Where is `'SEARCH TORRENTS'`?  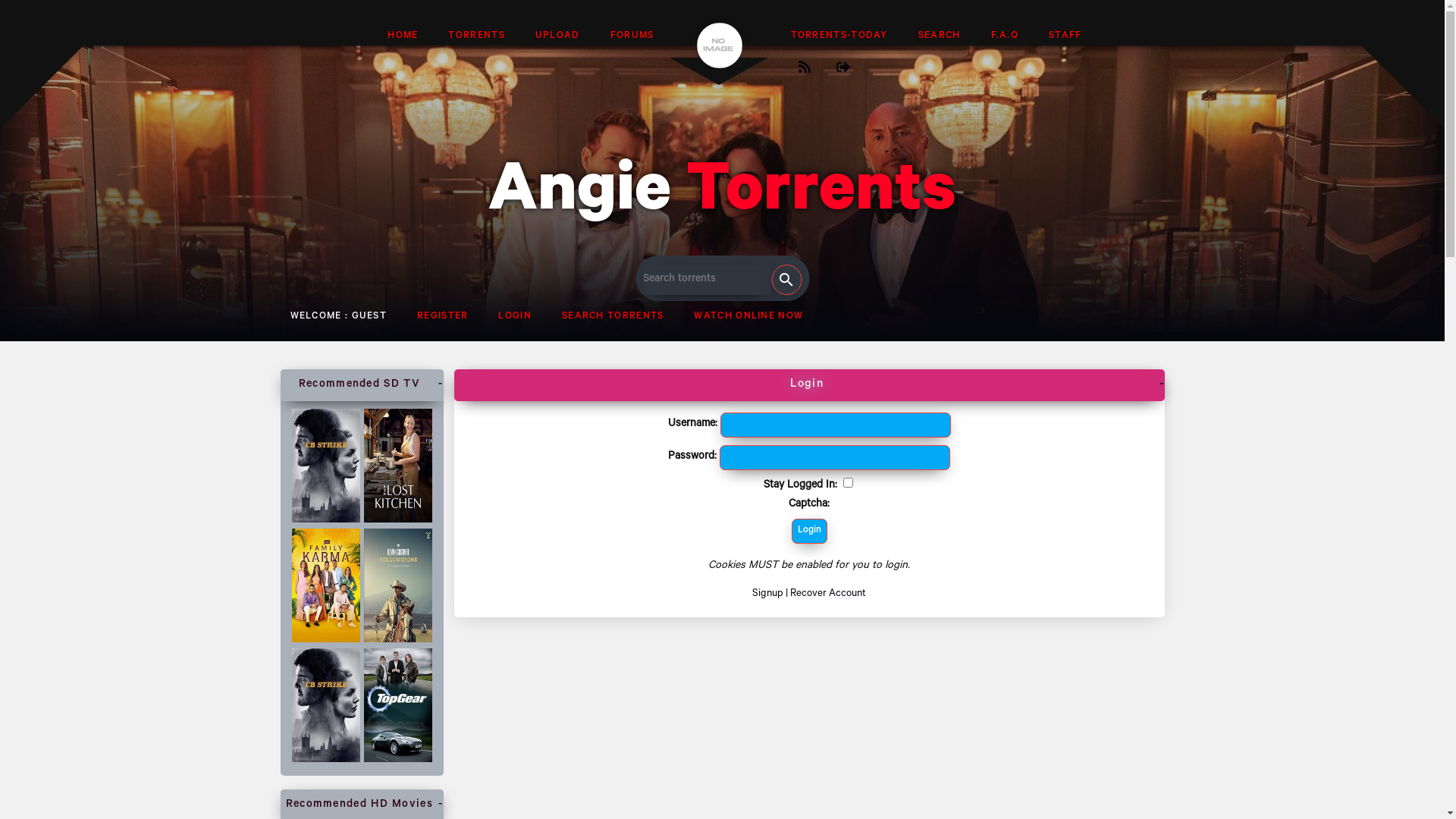
'SEARCH TORRENTS' is located at coordinates (613, 316).